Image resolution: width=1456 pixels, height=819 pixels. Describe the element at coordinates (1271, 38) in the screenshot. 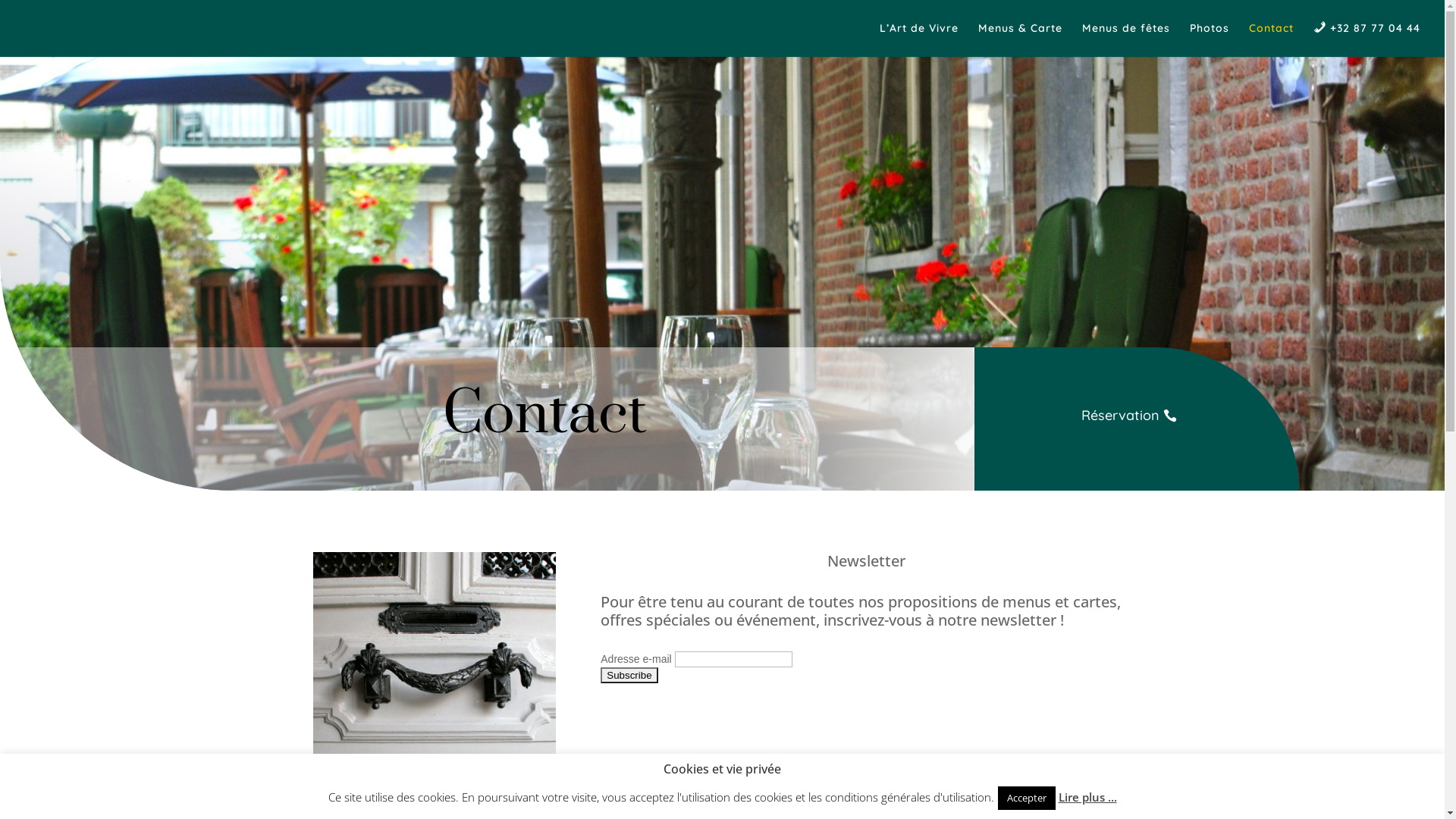

I see `'Contact'` at that location.